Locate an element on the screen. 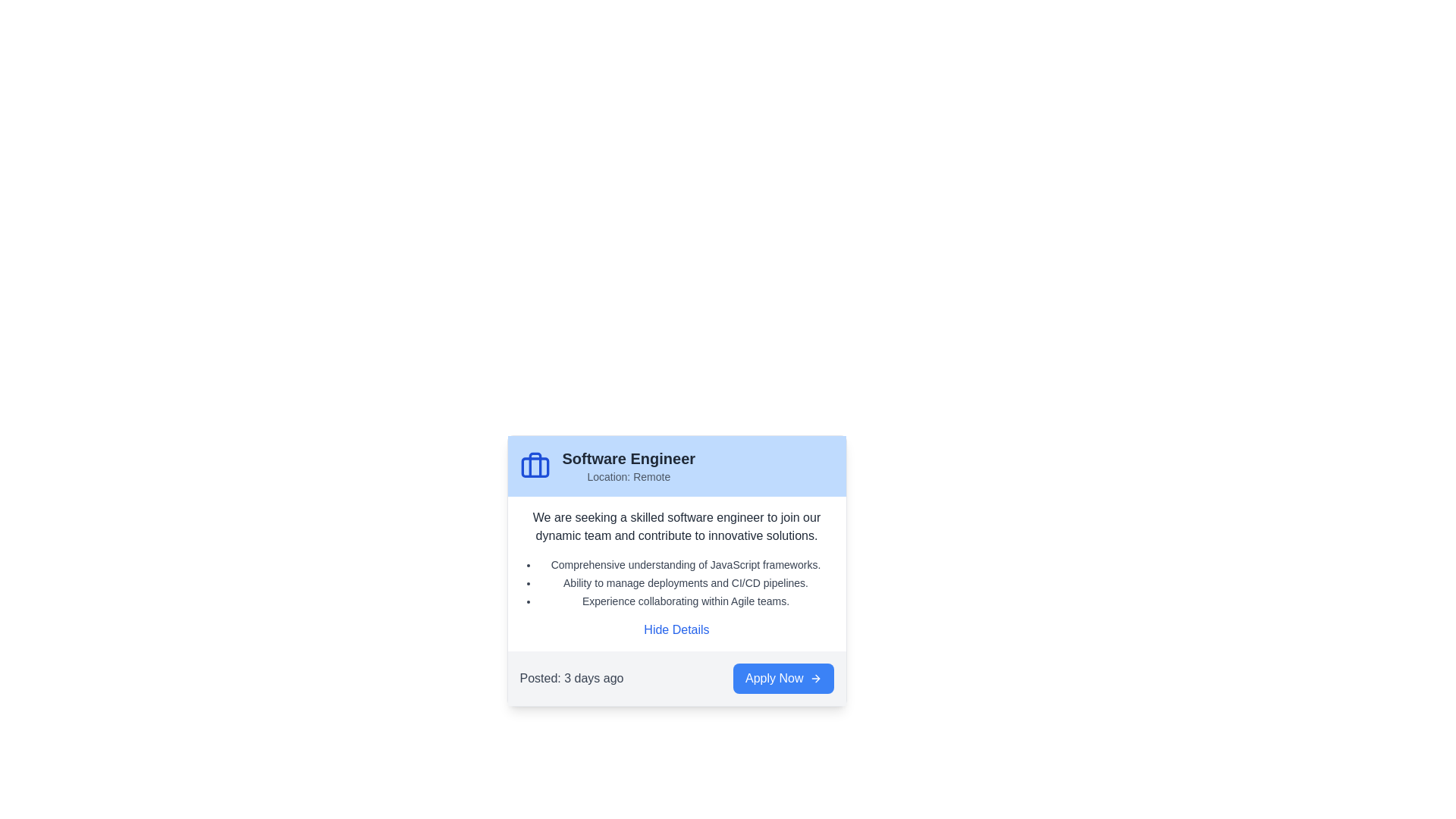  the blue rounded rectangular 'Apply Now' button that contains the arrow icon for forward navigation in the job listing card is located at coordinates (814, 677).